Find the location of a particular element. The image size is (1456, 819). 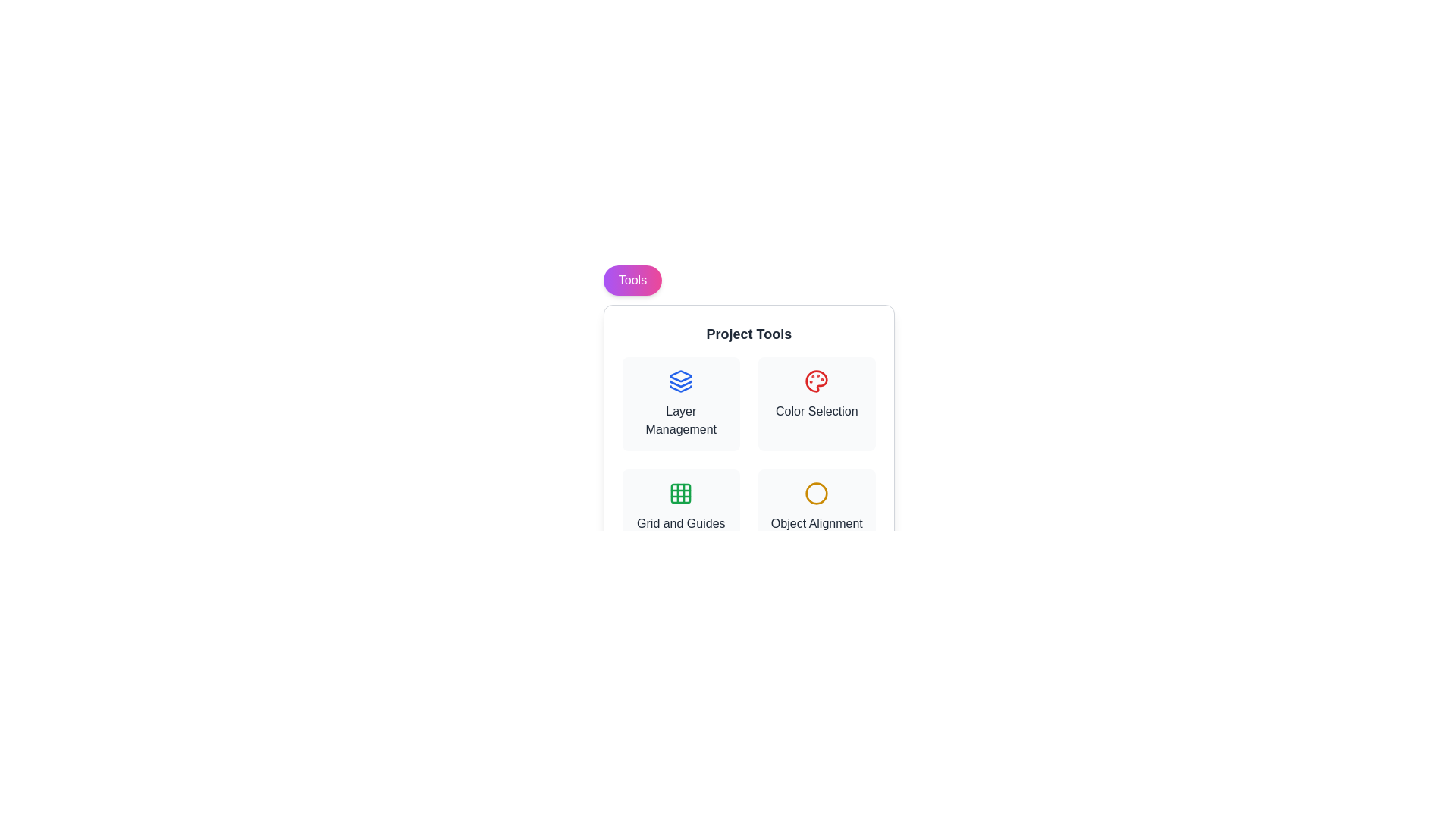

the prominent header text label styled in bold and grayish-black that displays 'Project Tools' is located at coordinates (748, 333).